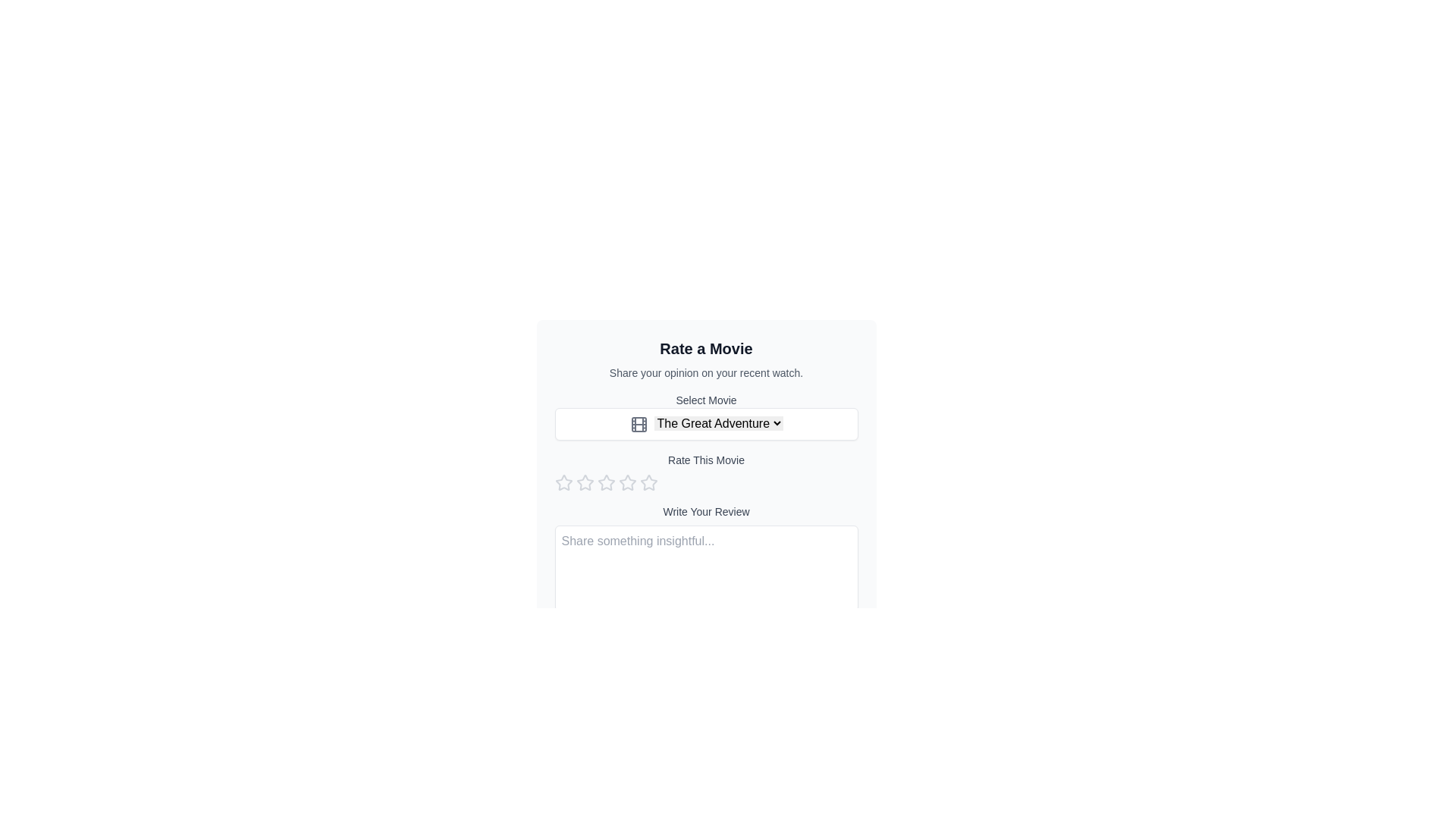 This screenshot has width=1456, height=819. I want to click on the Text Label that instructs users about the rating widget located at the top center of the 'Rate a Movie' section, so click(705, 459).